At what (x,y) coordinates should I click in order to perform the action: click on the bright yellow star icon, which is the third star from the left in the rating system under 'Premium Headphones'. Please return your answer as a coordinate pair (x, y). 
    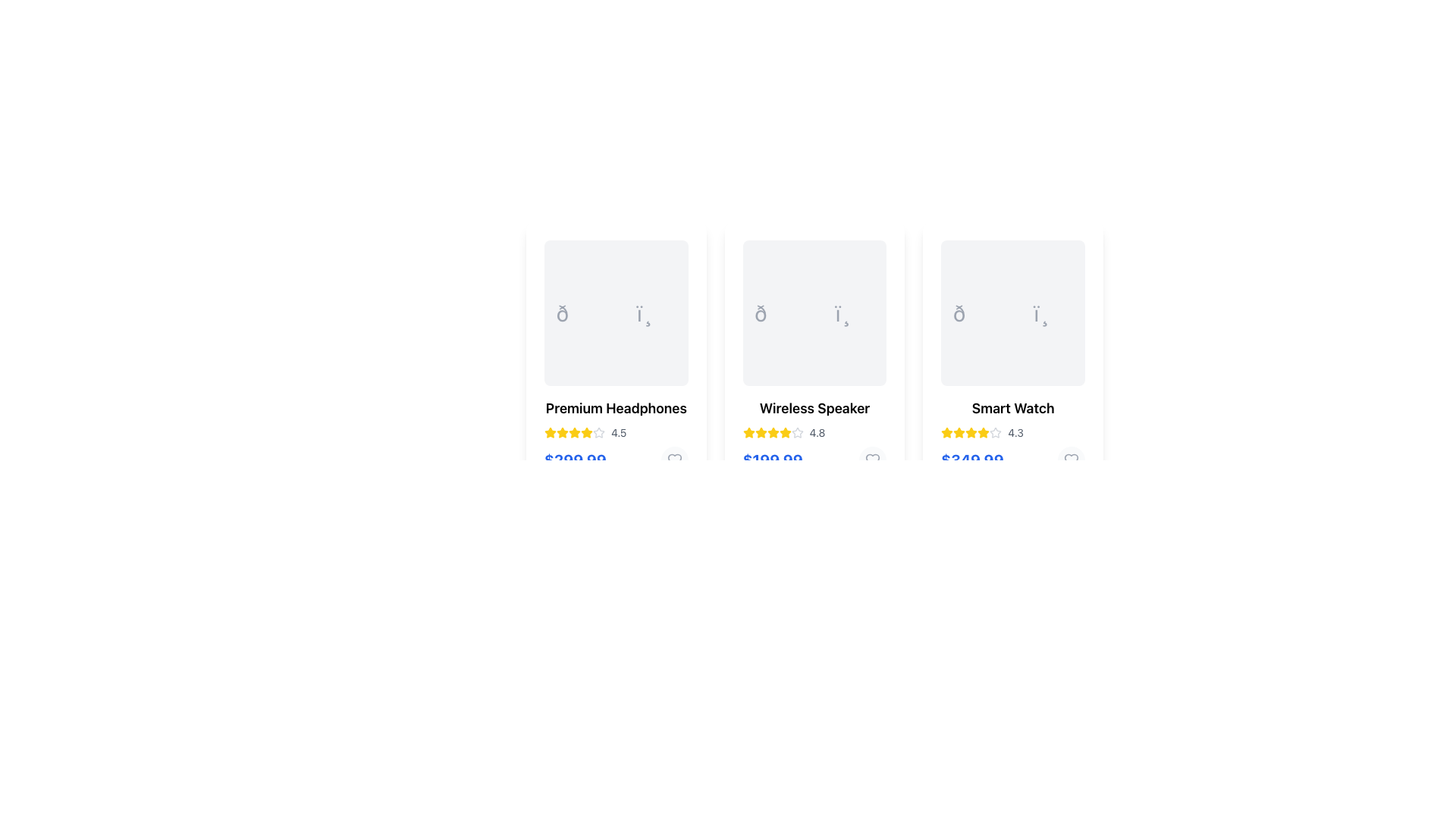
    Looking at the image, I should click on (562, 432).